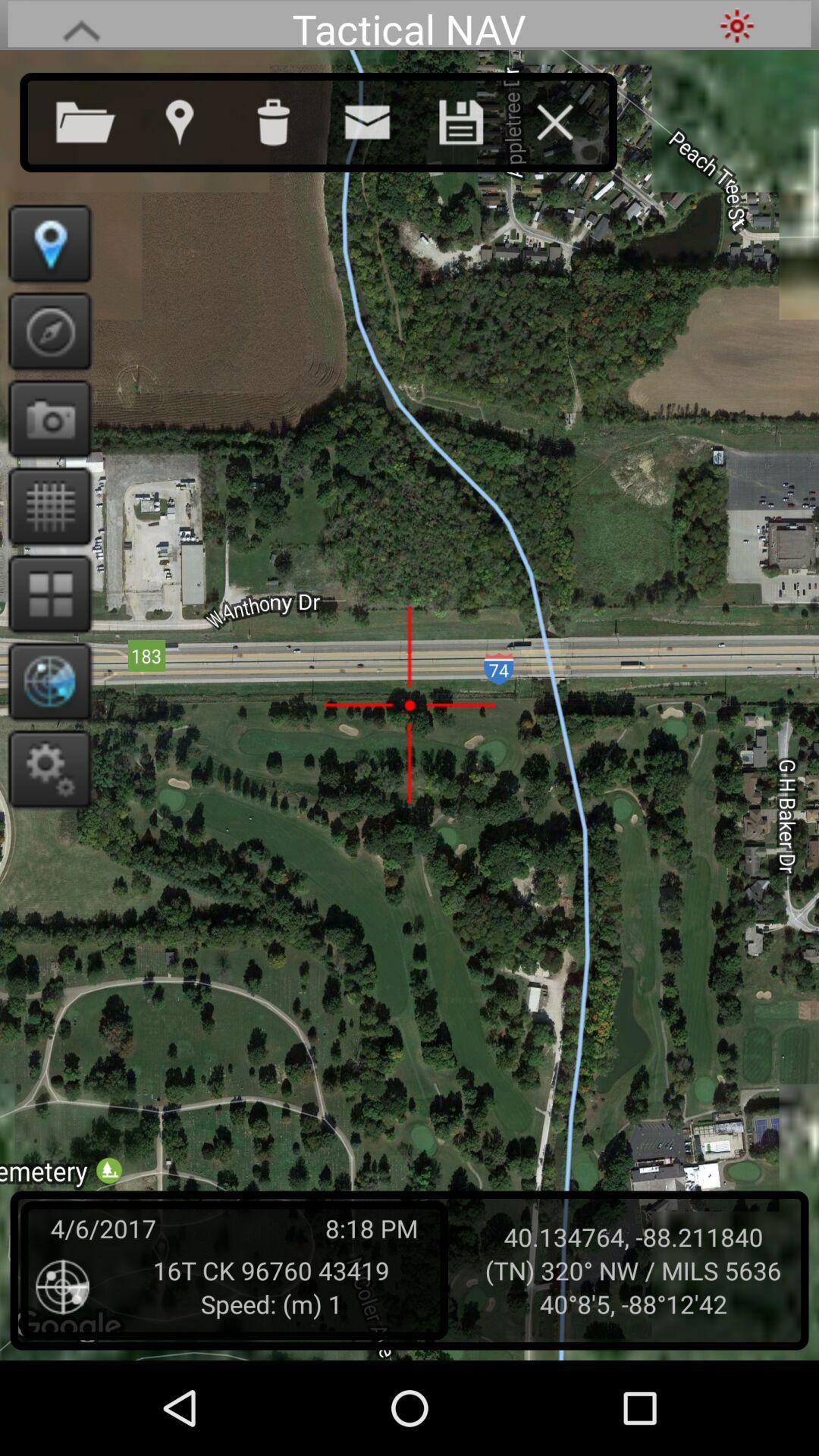  I want to click on the dashboard icon, so click(44, 635).